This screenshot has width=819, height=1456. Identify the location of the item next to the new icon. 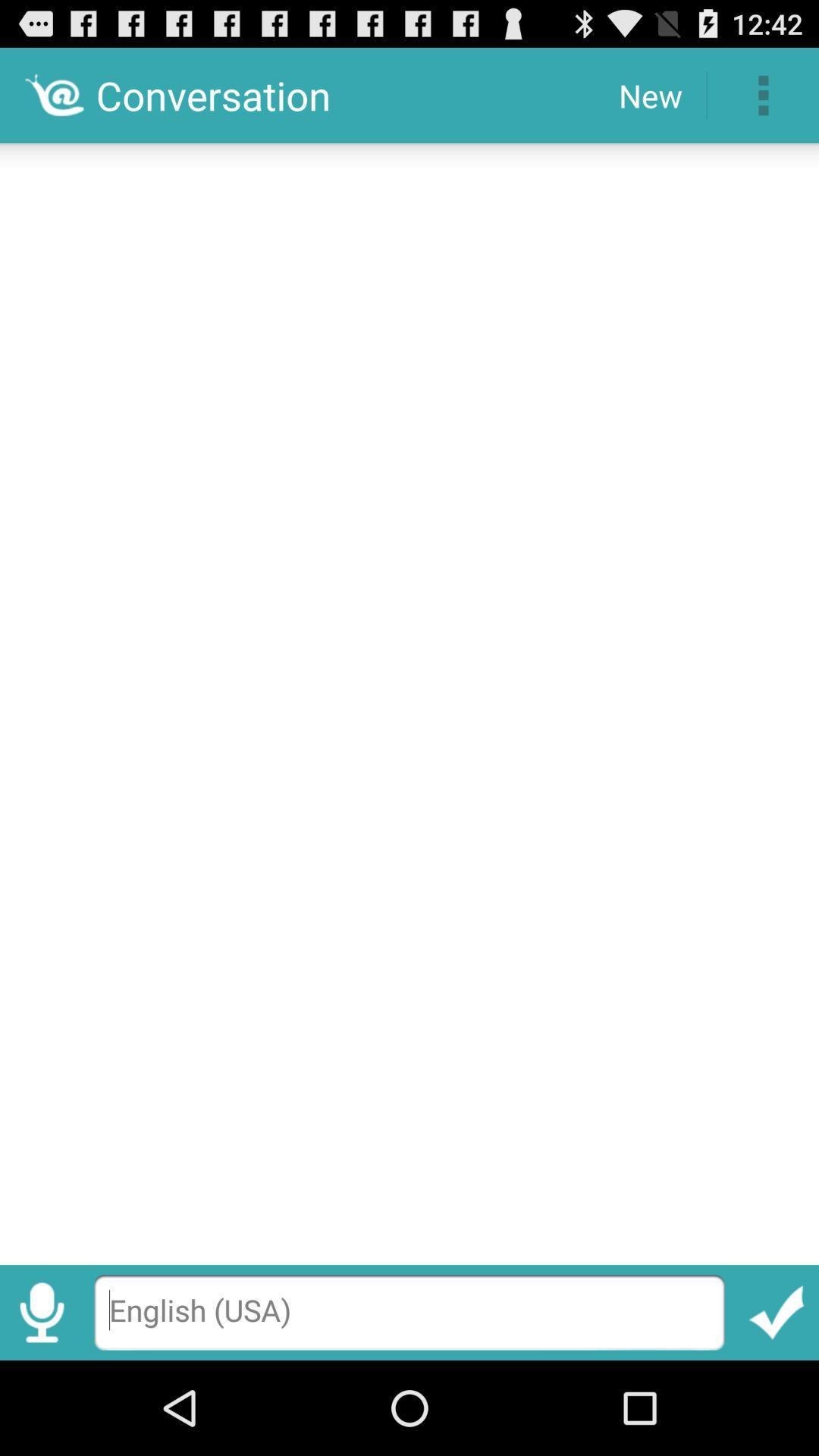
(763, 94).